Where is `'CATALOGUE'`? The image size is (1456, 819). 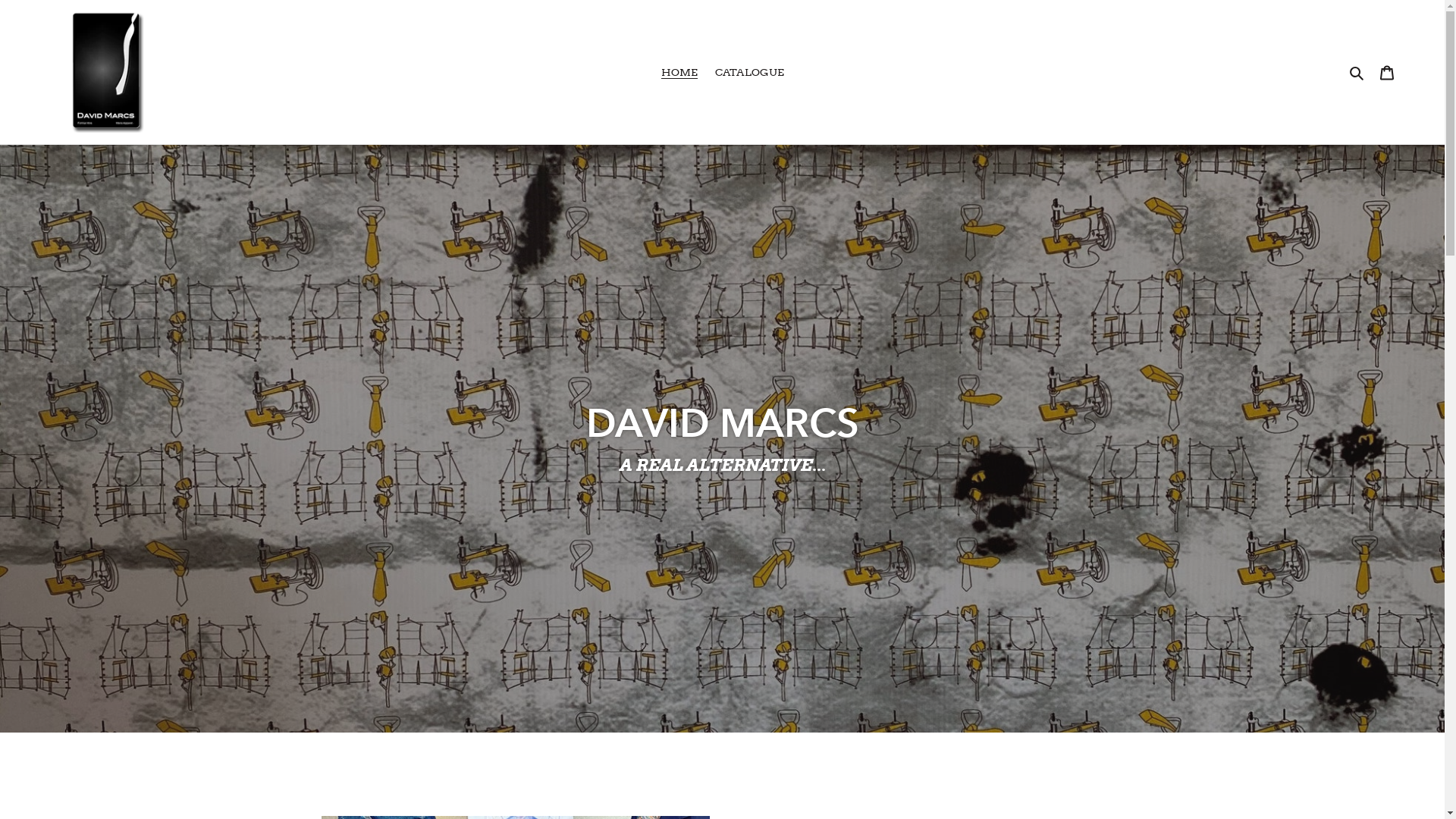
'CATALOGUE' is located at coordinates (705, 72).